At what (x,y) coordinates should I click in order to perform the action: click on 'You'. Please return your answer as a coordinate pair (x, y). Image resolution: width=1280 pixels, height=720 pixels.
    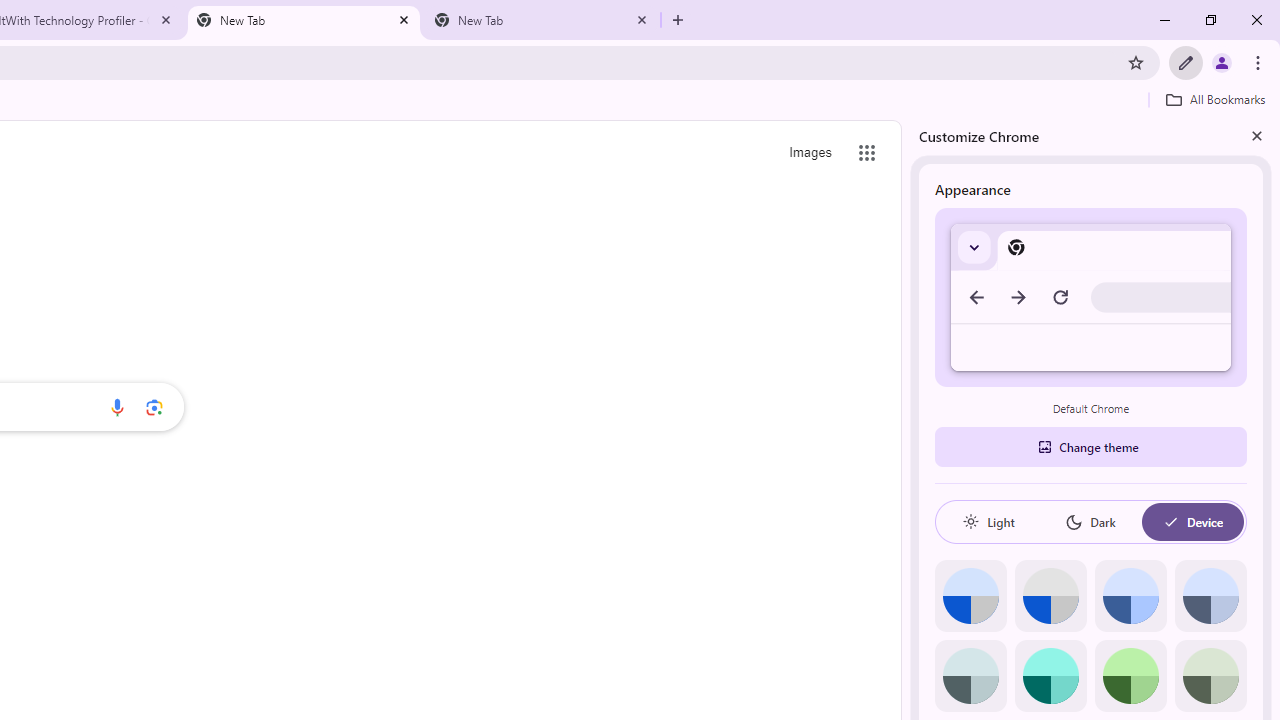
    Looking at the image, I should click on (1220, 61).